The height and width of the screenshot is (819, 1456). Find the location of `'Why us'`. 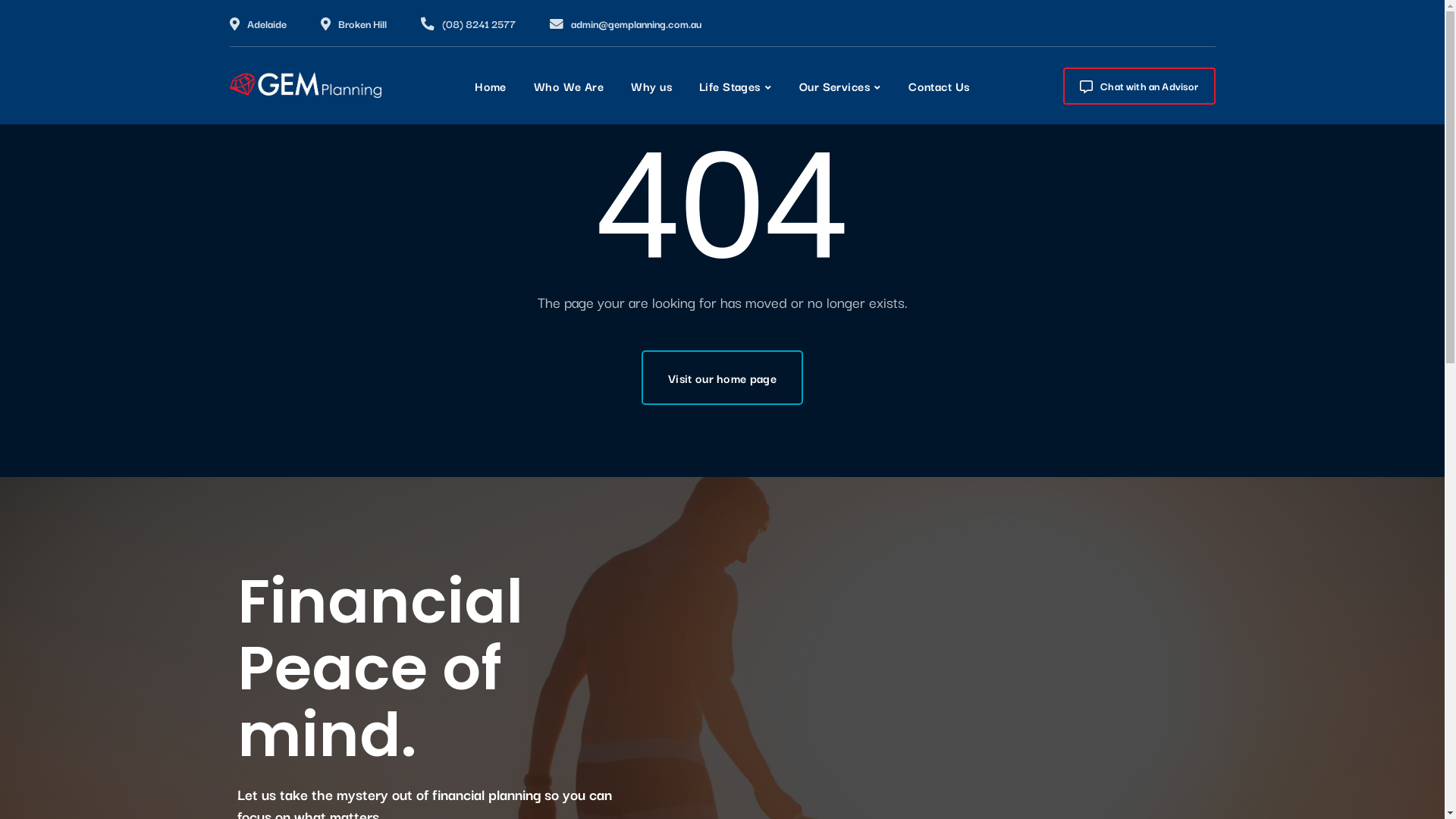

'Why us' is located at coordinates (651, 85).